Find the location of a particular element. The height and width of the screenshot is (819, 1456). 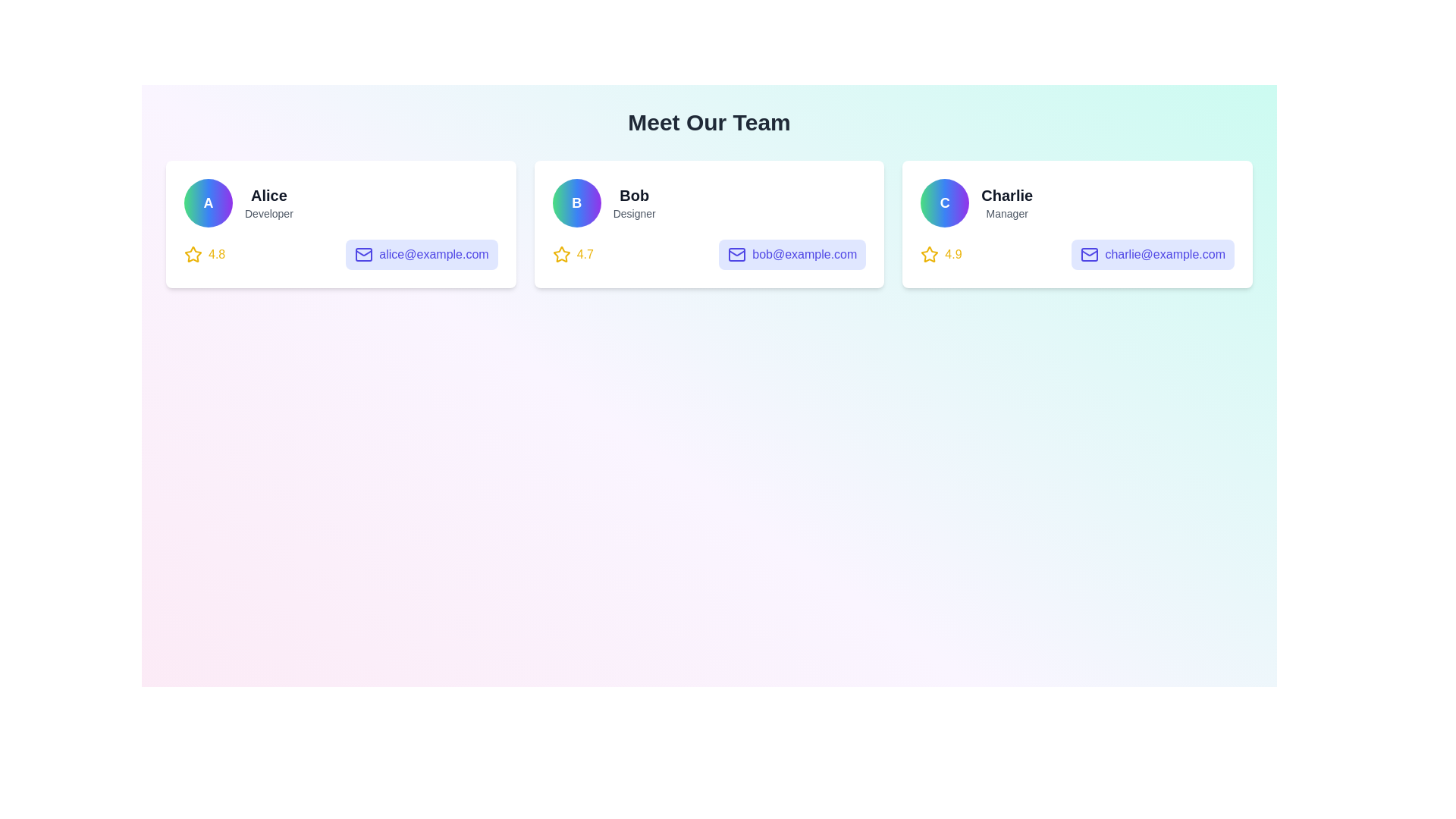

the rating display module for 'Bob' is located at coordinates (572, 253).